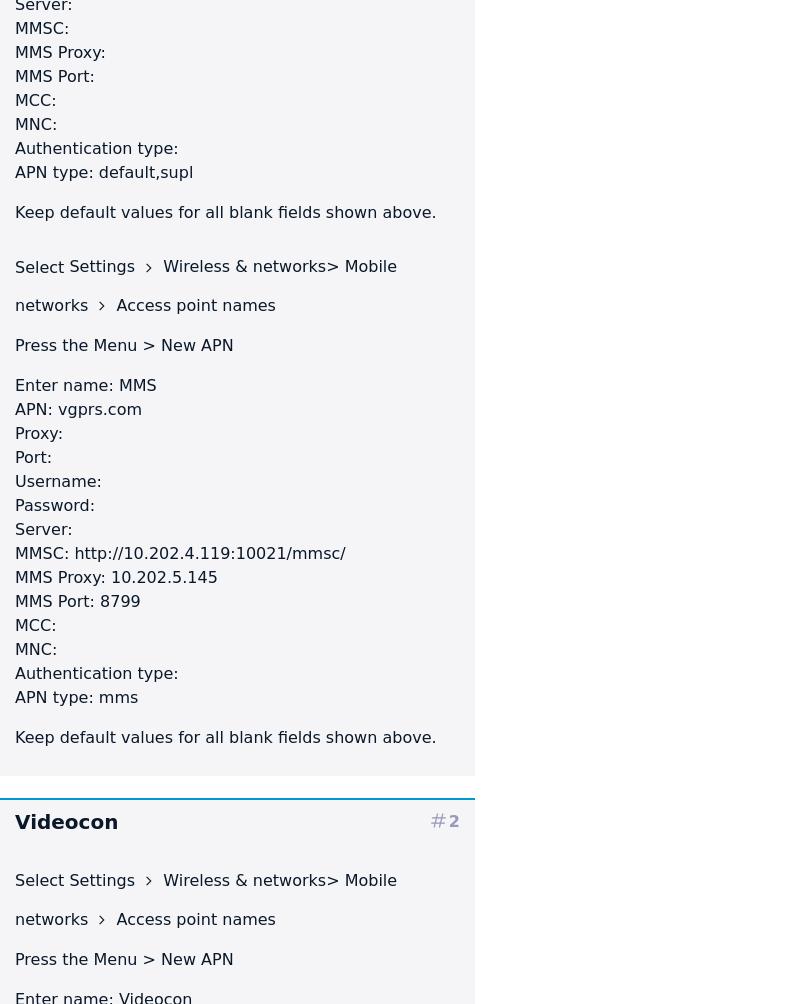  What do you see at coordinates (160, 577) in the screenshot?
I see `'10.202.5.145'` at bounding box center [160, 577].